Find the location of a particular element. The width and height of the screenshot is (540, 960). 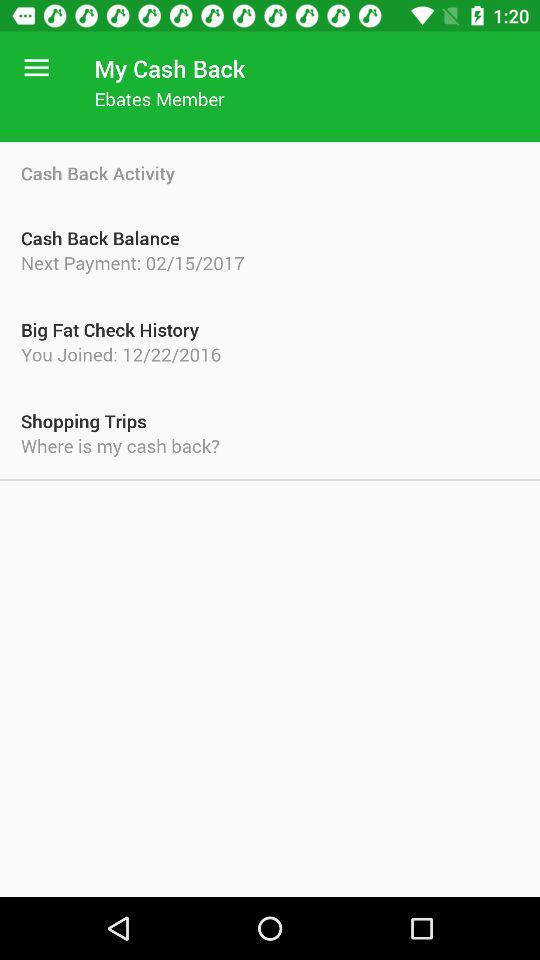

icon above big fat check item is located at coordinates (270, 261).